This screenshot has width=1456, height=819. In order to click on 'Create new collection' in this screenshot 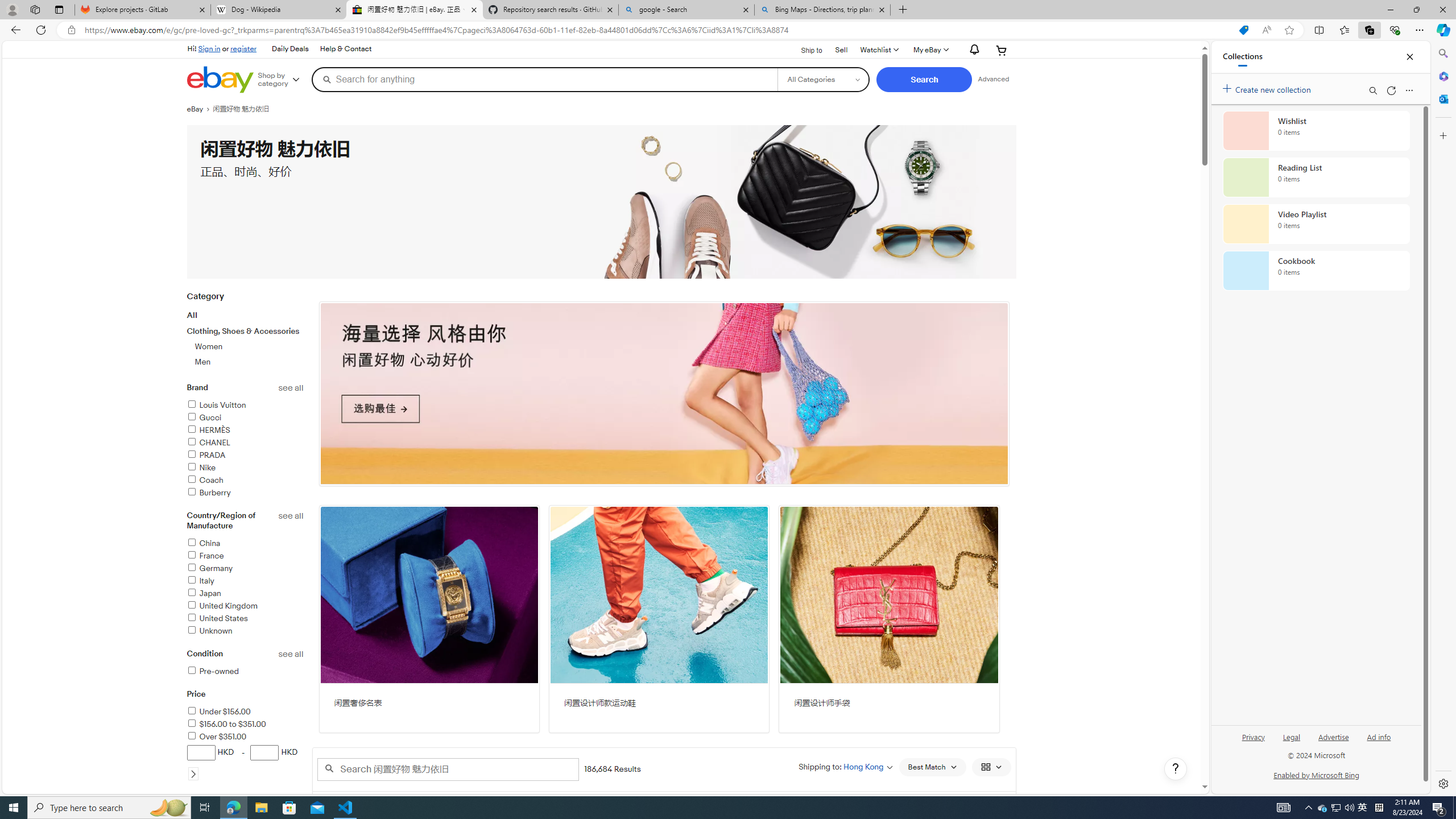, I will do `click(1268, 87)`.